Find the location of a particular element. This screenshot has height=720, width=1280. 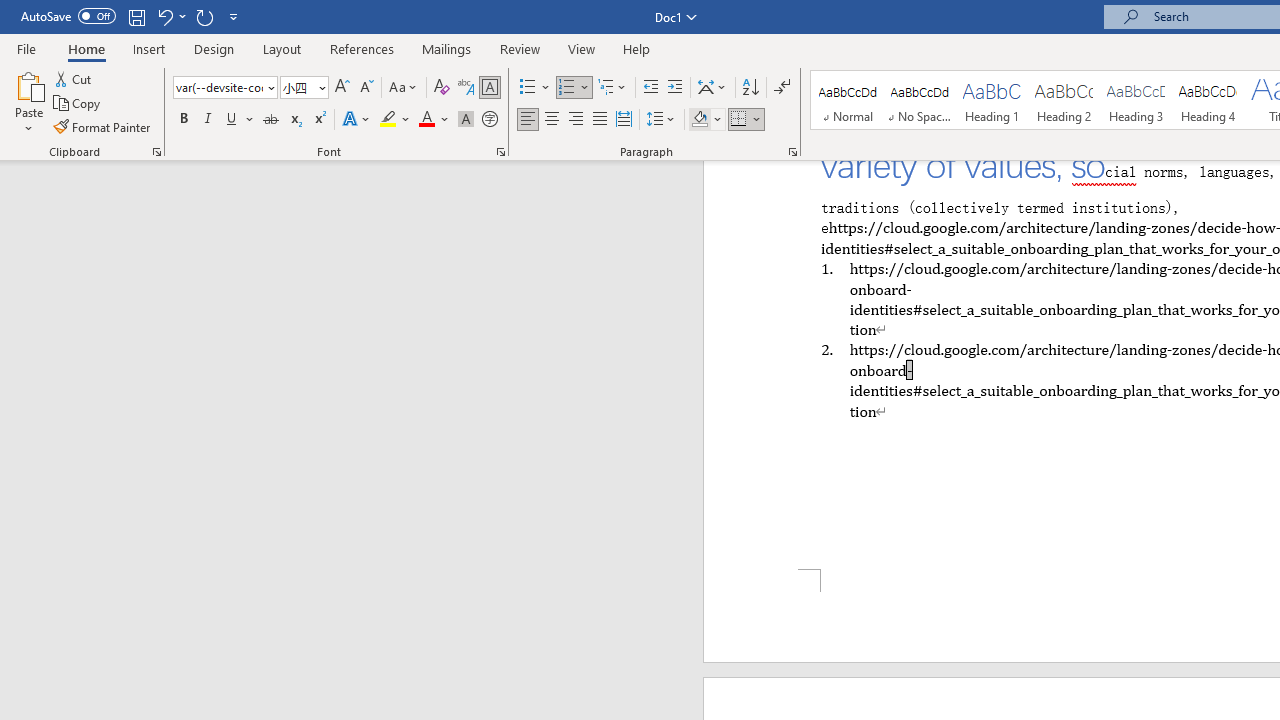

'Strikethrough' is located at coordinates (269, 119).